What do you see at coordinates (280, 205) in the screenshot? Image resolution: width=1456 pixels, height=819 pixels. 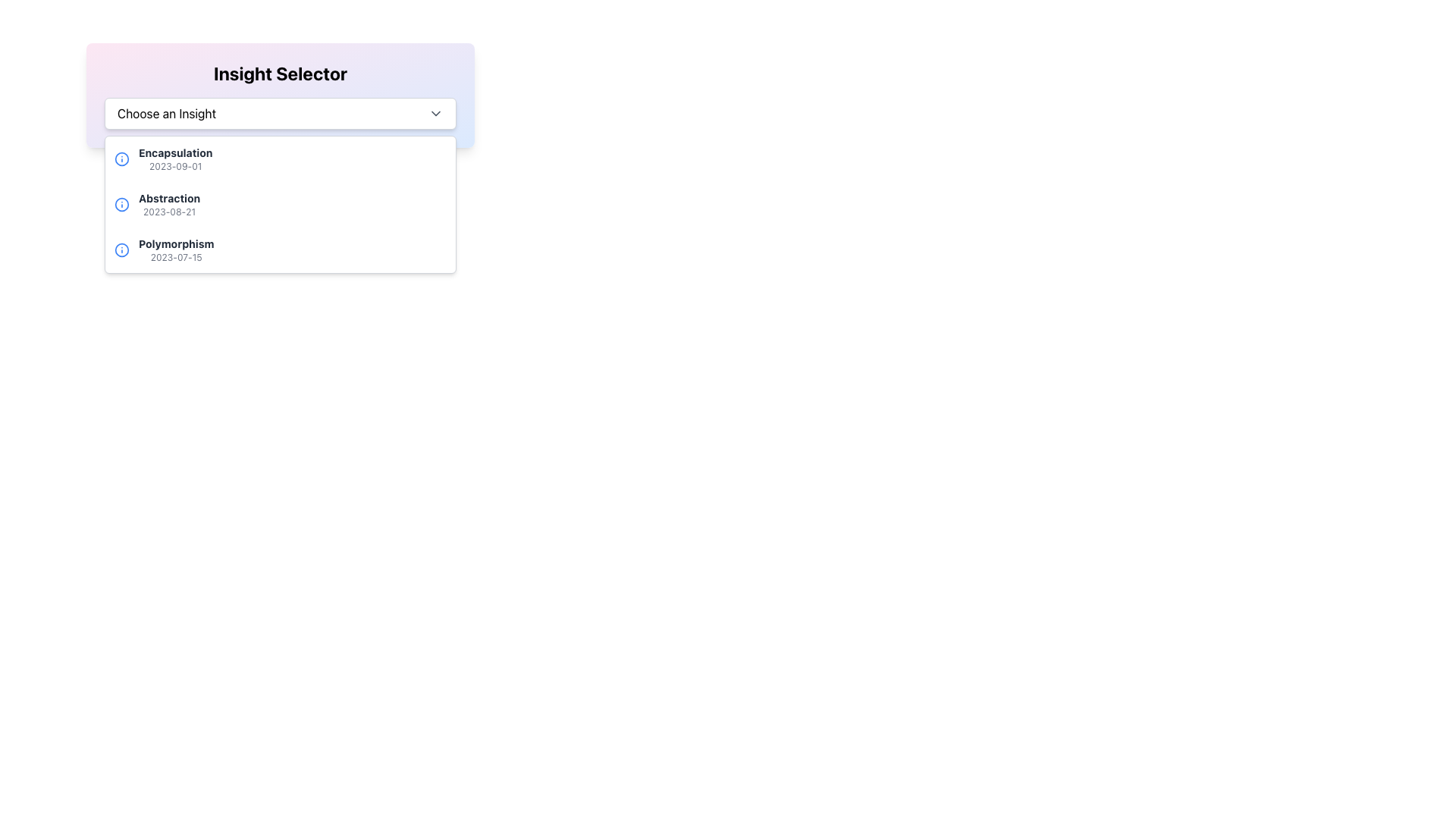 I see `the second item in the list box named 'Abstraction'` at bounding box center [280, 205].